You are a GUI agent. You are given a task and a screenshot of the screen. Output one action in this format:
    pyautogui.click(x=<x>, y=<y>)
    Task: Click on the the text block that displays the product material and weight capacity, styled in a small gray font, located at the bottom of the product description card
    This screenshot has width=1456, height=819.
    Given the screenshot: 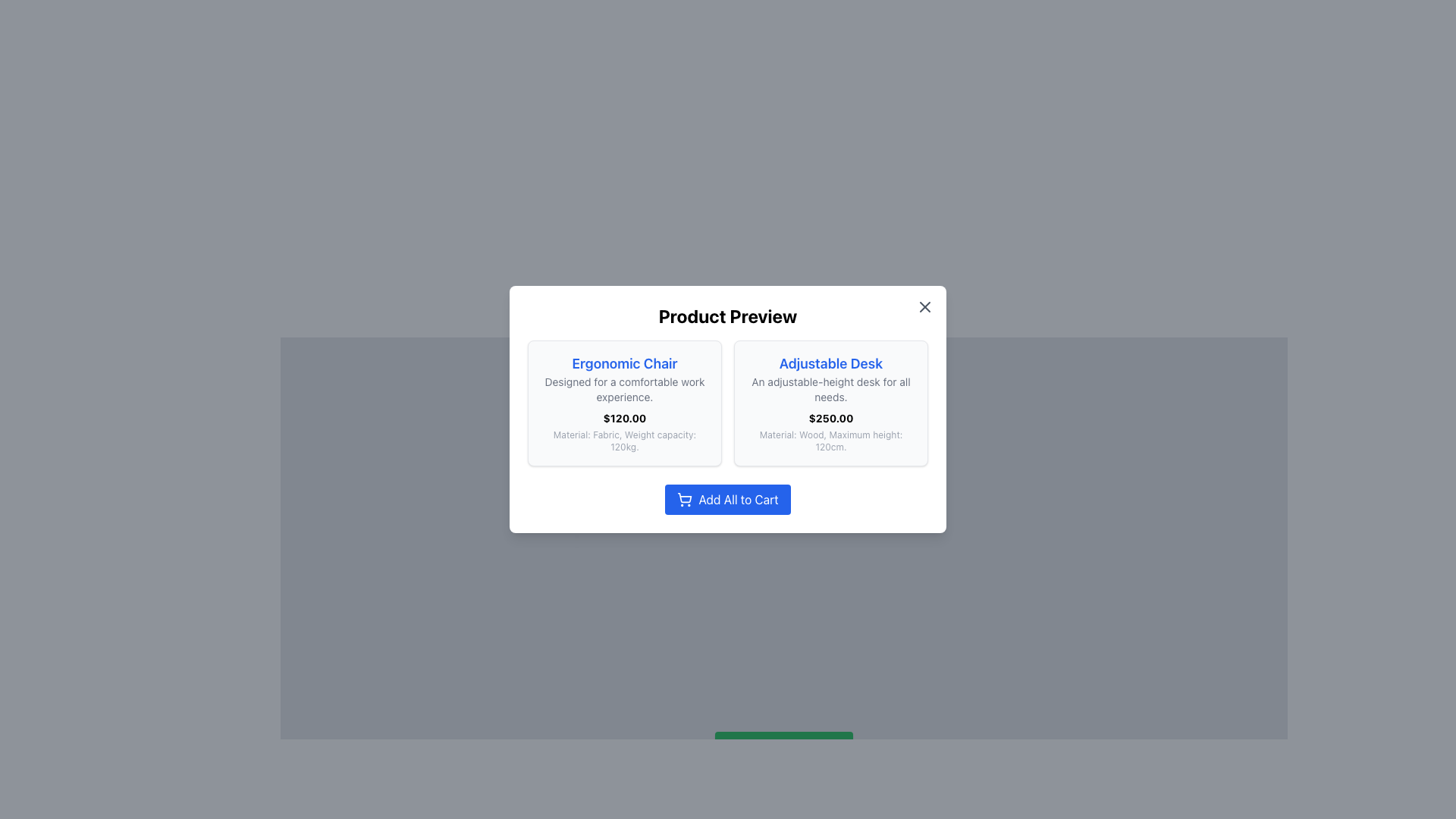 What is the action you would take?
    pyautogui.click(x=625, y=441)
    